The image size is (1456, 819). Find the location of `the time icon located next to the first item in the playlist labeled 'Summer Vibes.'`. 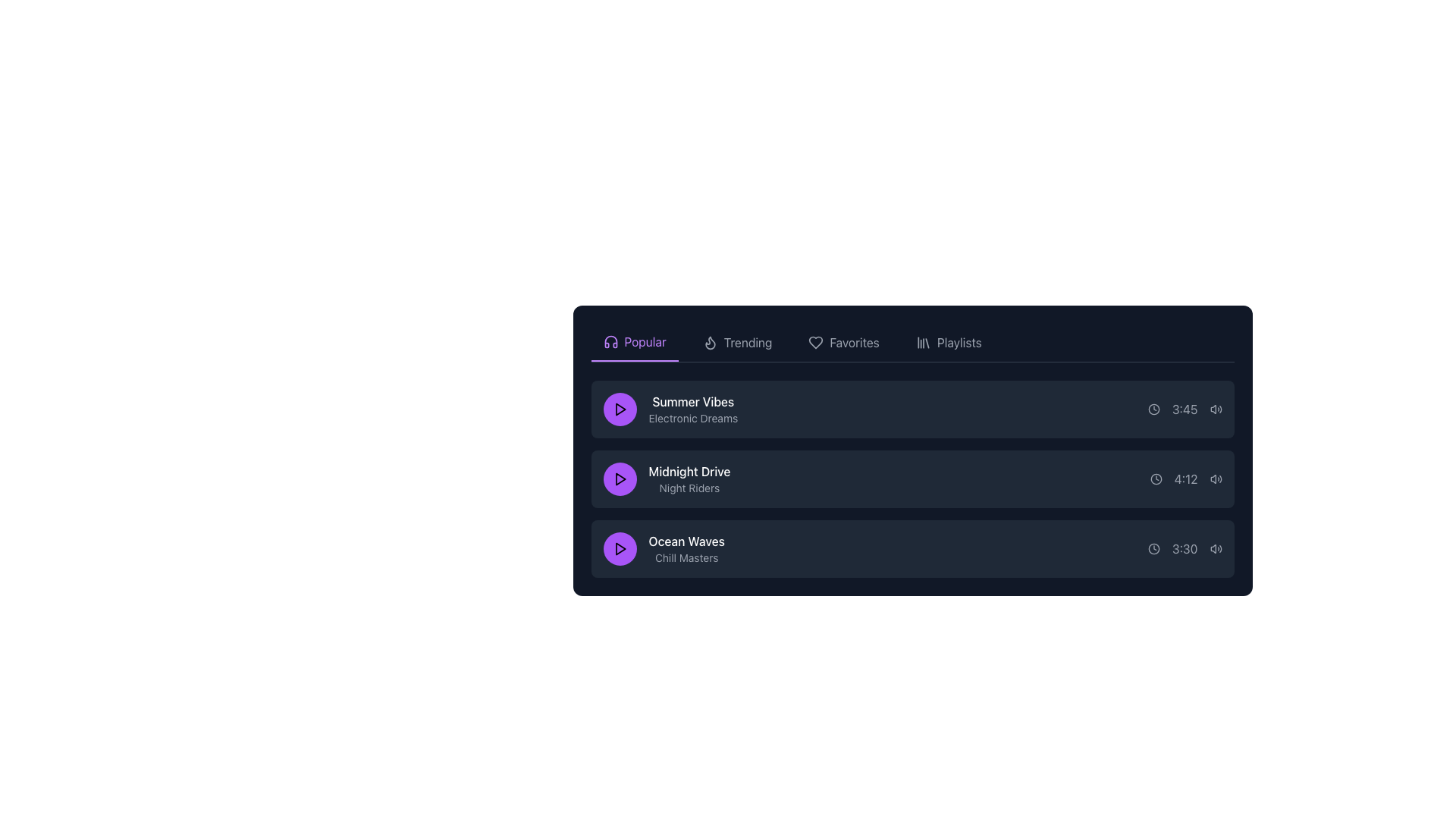

the time icon located next to the first item in the playlist labeled 'Summer Vibes.' is located at coordinates (1153, 409).